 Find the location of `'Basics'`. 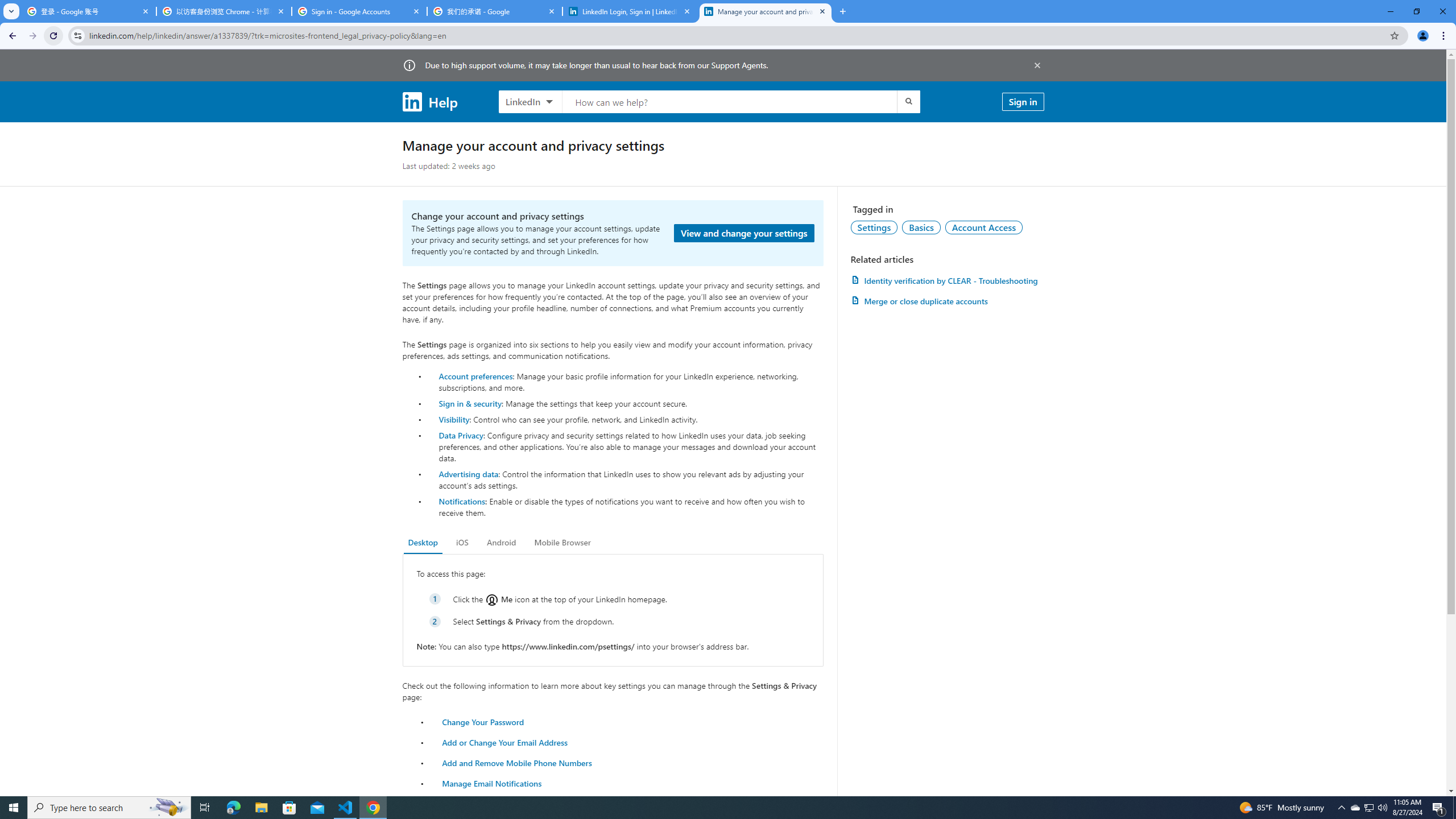

'Basics' is located at coordinates (921, 226).